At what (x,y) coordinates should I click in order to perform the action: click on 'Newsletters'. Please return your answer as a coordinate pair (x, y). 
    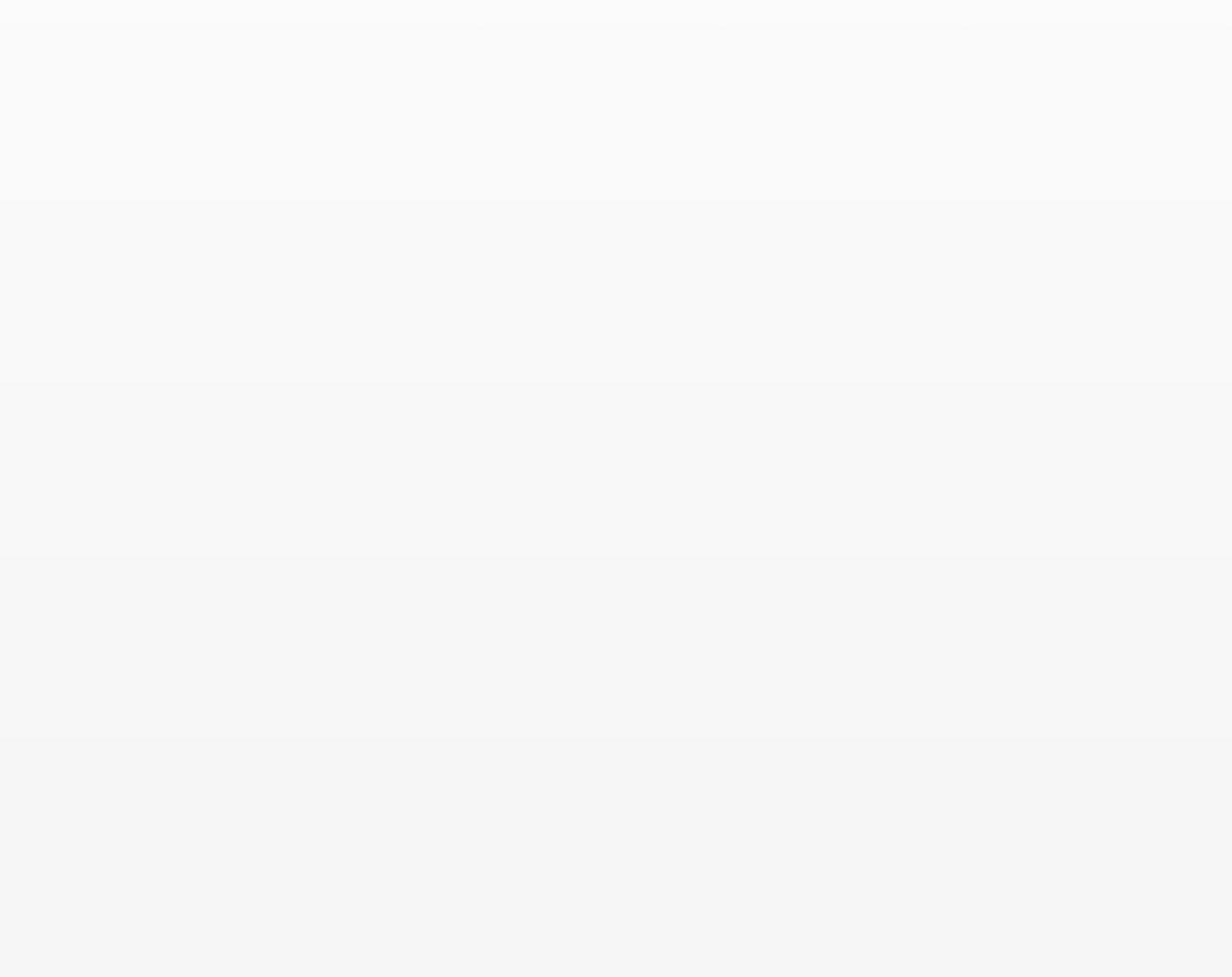
    Looking at the image, I should click on (844, 746).